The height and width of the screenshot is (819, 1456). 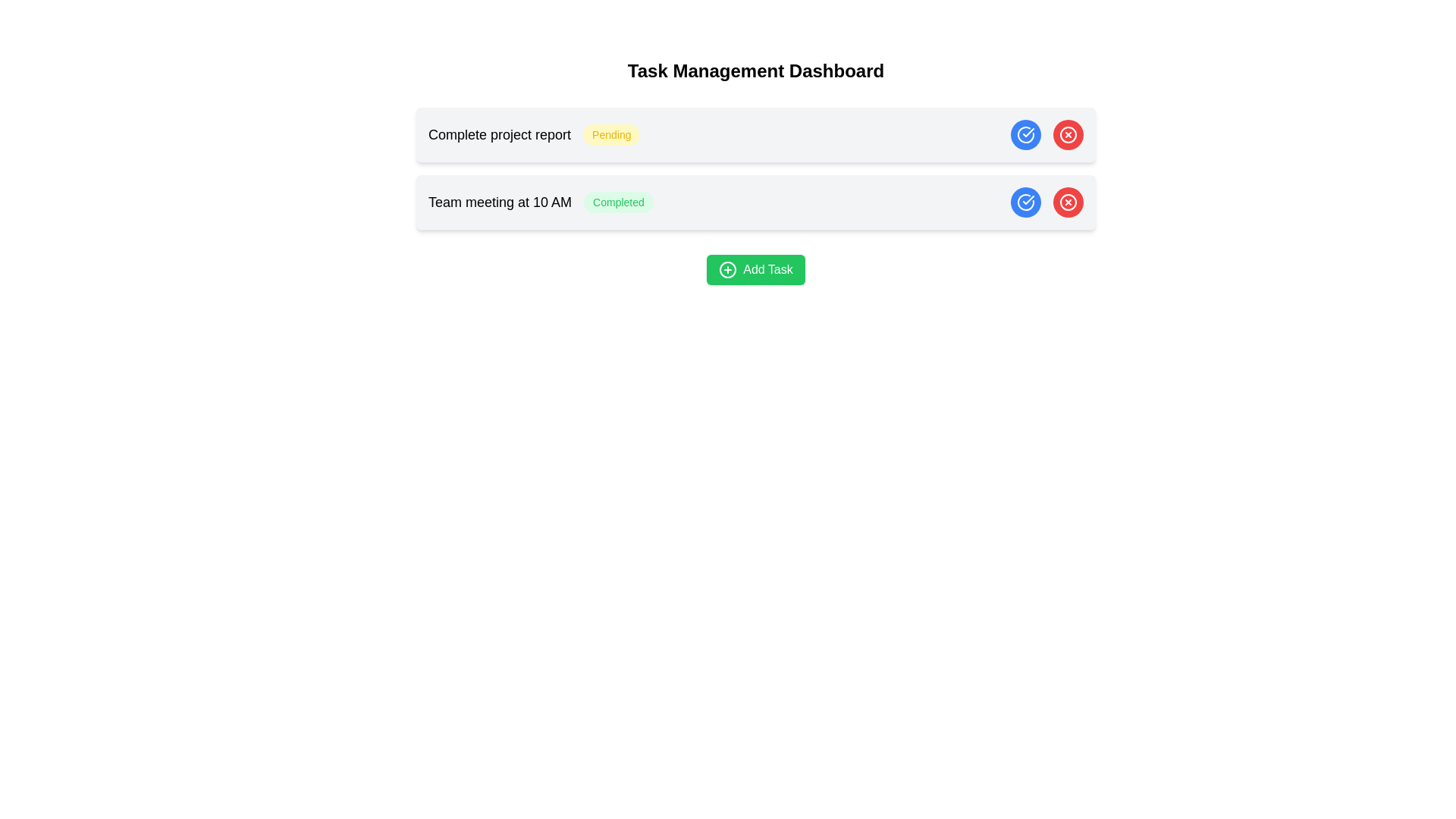 What do you see at coordinates (1068, 133) in the screenshot?
I see `the delete button located at the right end of the top task row to change its background color` at bounding box center [1068, 133].